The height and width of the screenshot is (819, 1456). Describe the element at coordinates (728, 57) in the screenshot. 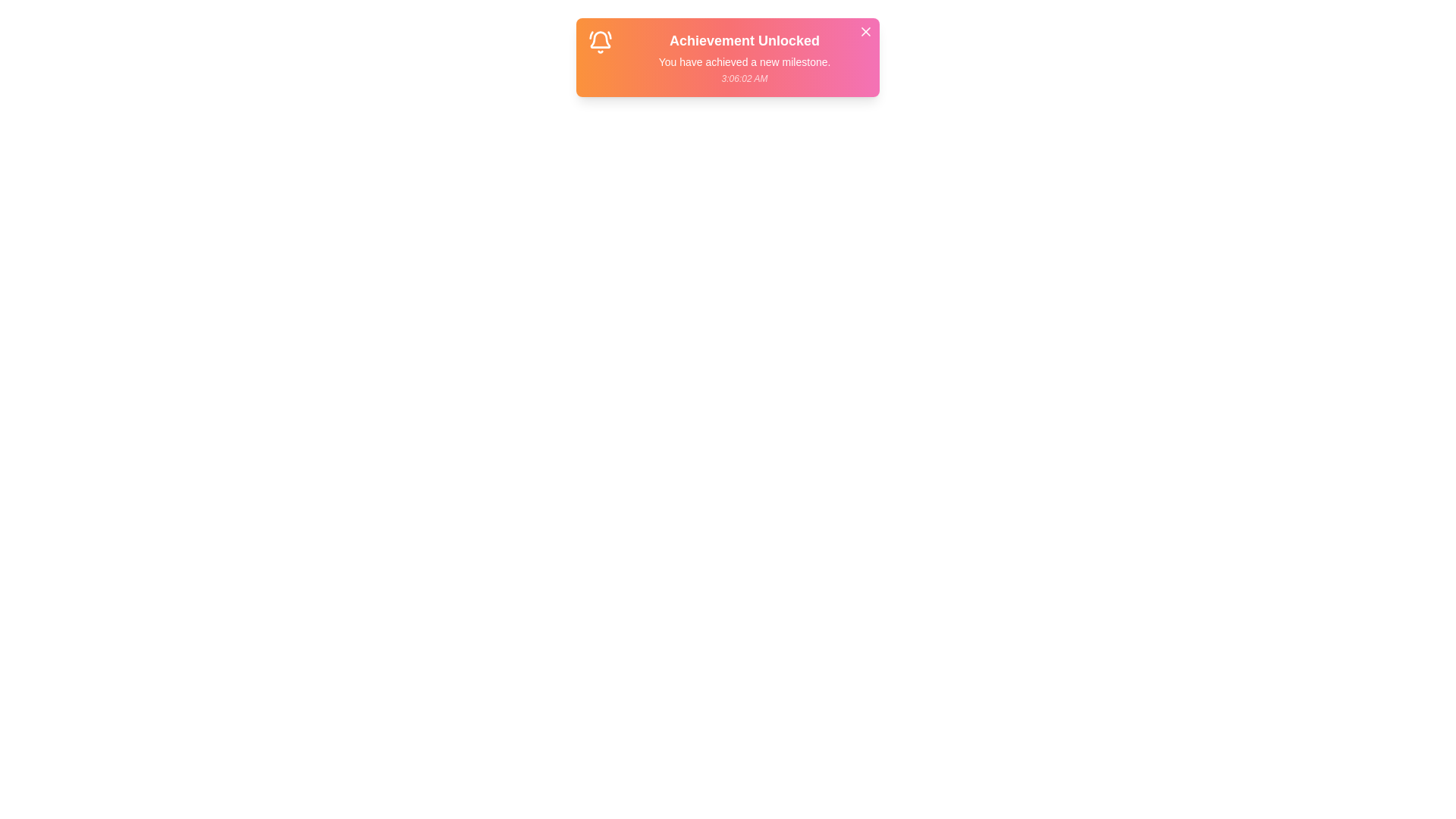

I see `the notification to observe hover effects` at that location.